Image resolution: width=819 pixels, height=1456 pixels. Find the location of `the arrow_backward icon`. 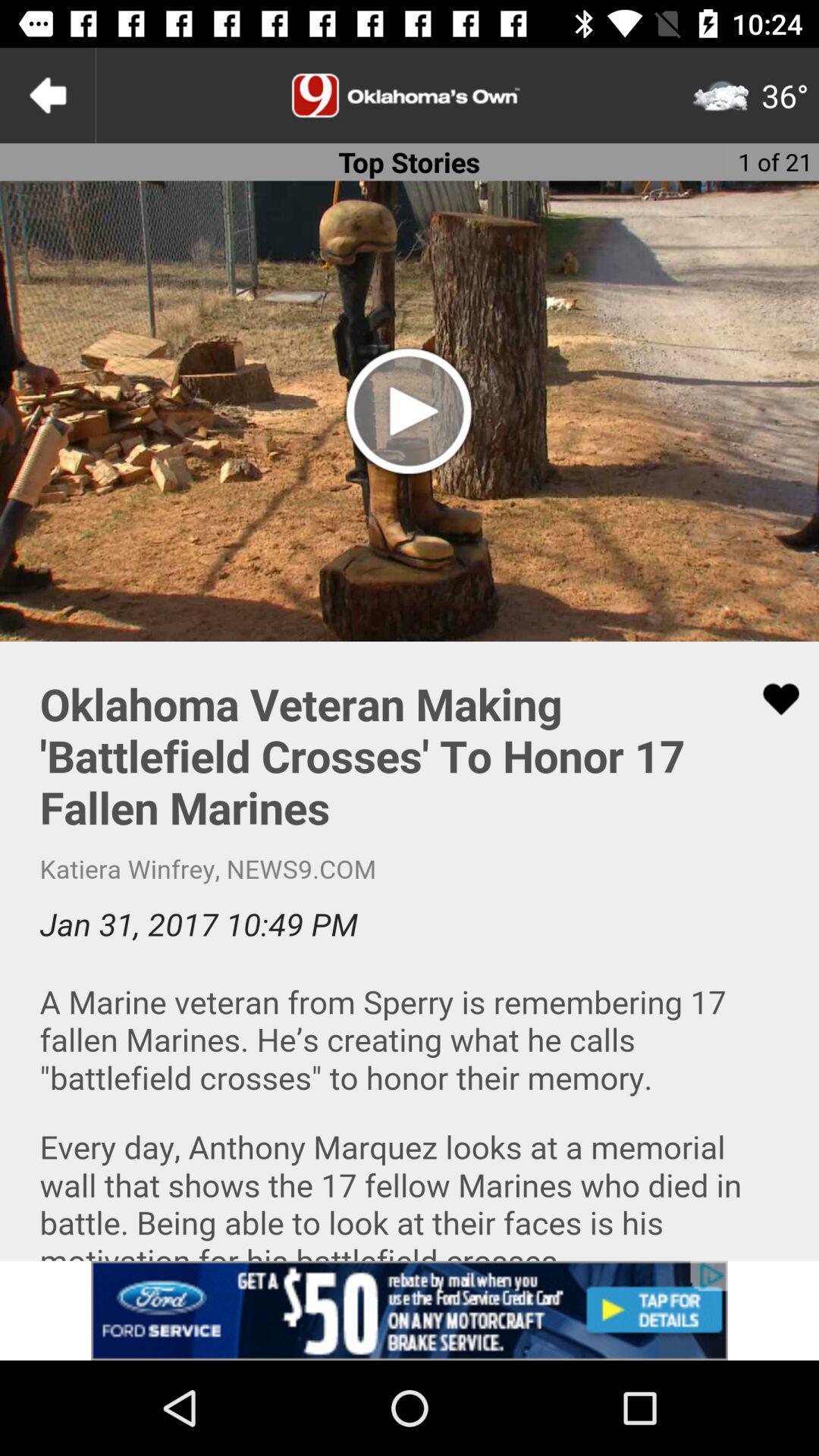

the arrow_backward icon is located at coordinates (46, 94).